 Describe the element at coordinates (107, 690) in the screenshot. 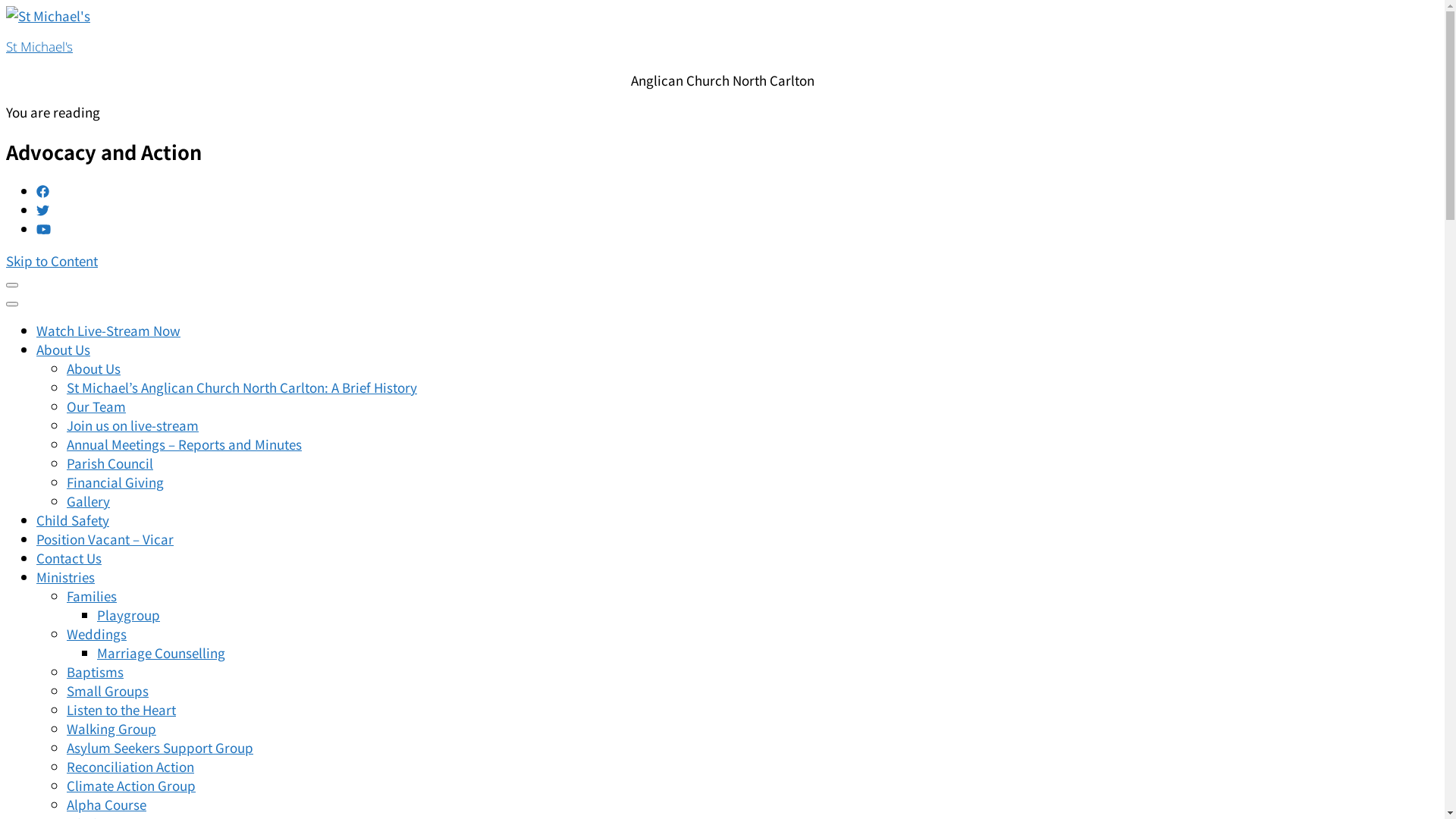

I see `'Small Groups'` at that location.